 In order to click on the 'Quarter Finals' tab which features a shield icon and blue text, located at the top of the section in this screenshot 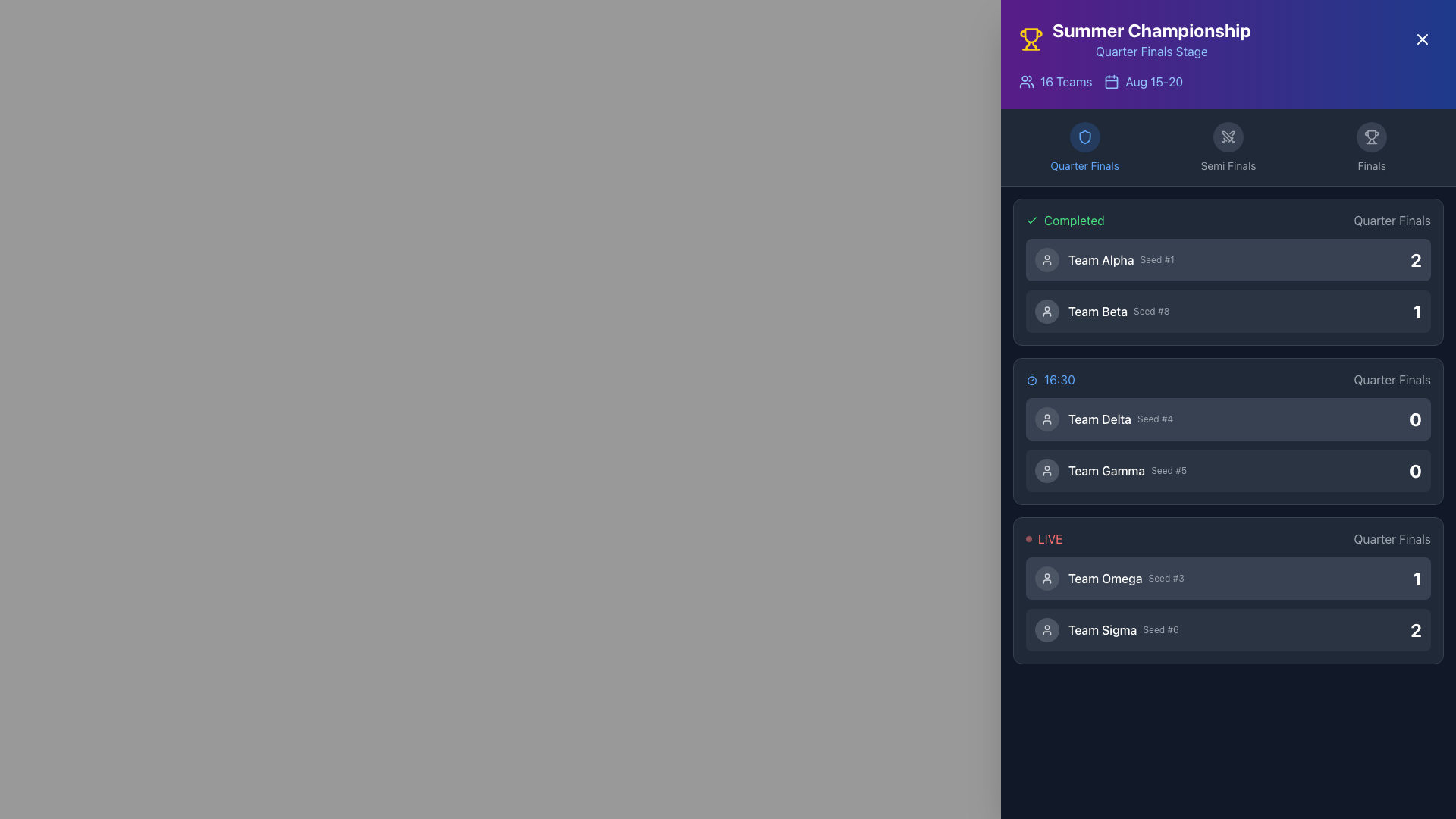, I will do `click(1084, 148)`.